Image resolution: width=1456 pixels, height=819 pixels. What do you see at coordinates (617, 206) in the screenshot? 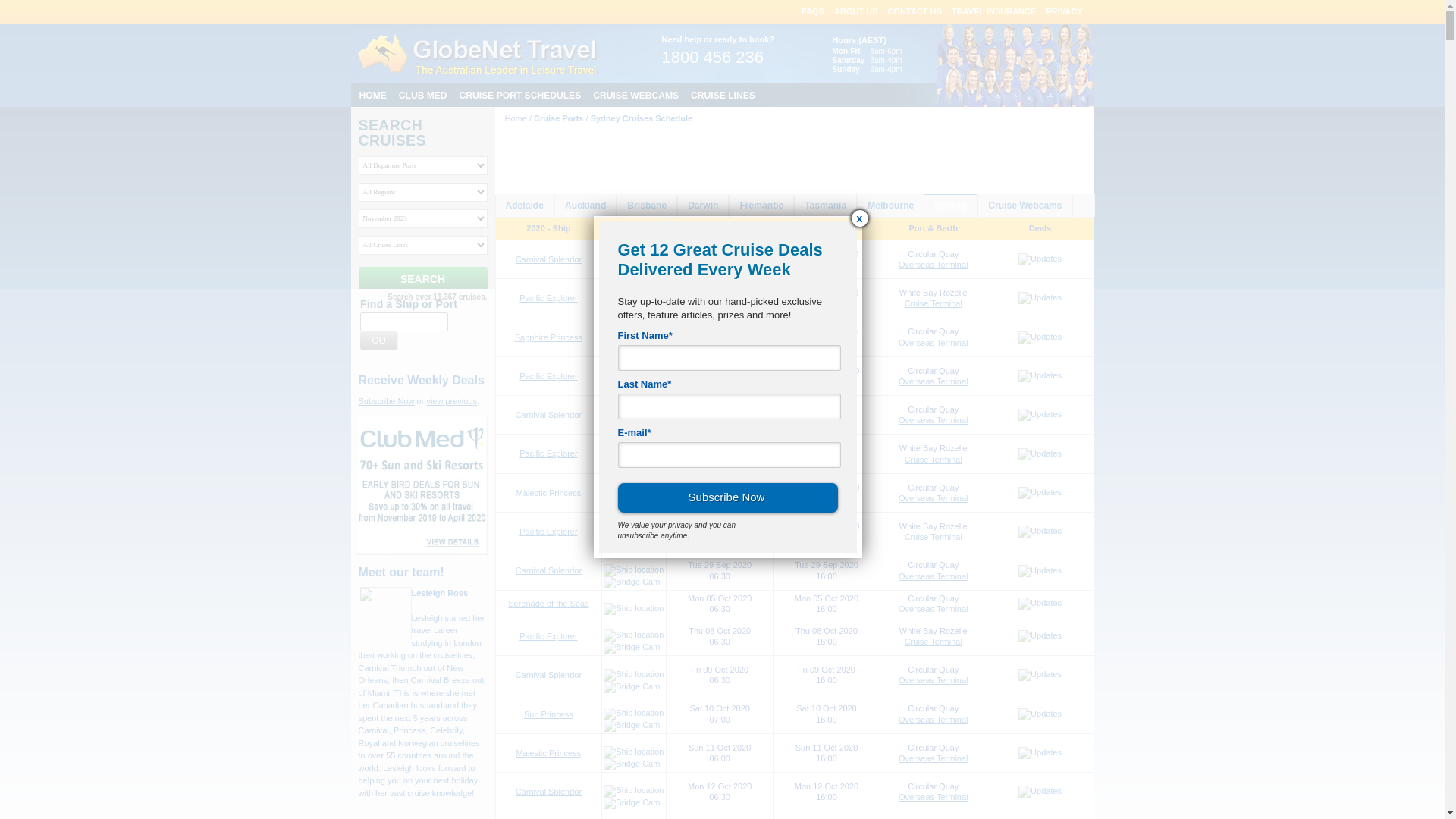
I see `'Brisbane'` at bounding box center [617, 206].